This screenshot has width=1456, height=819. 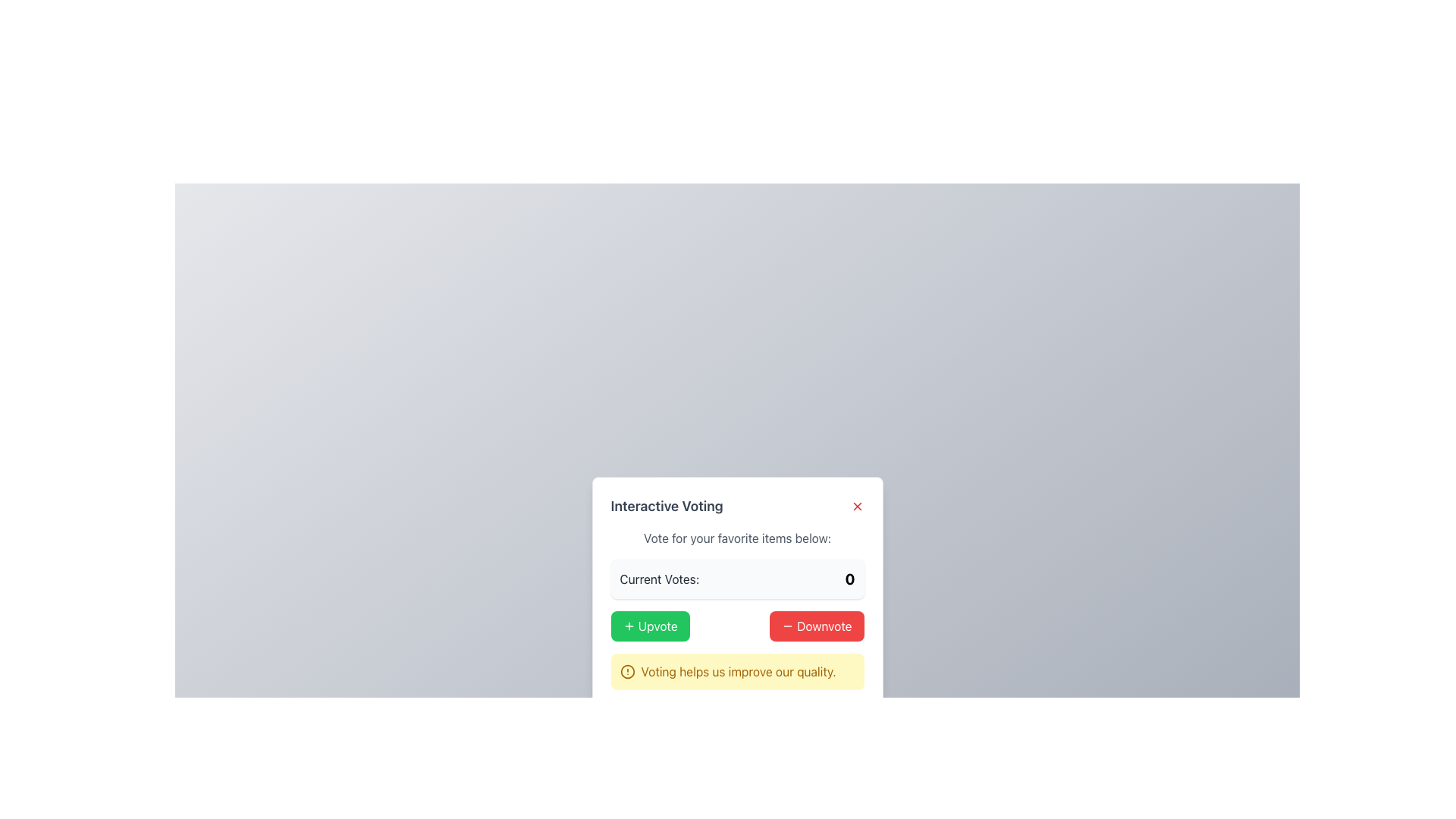 What do you see at coordinates (849, 579) in the screenshot?
I see `the non-interactive text label displaying the current vote count, which shows '0' and is located to the right of the 'Current Votes:' label` at bounding box center [849, 579].